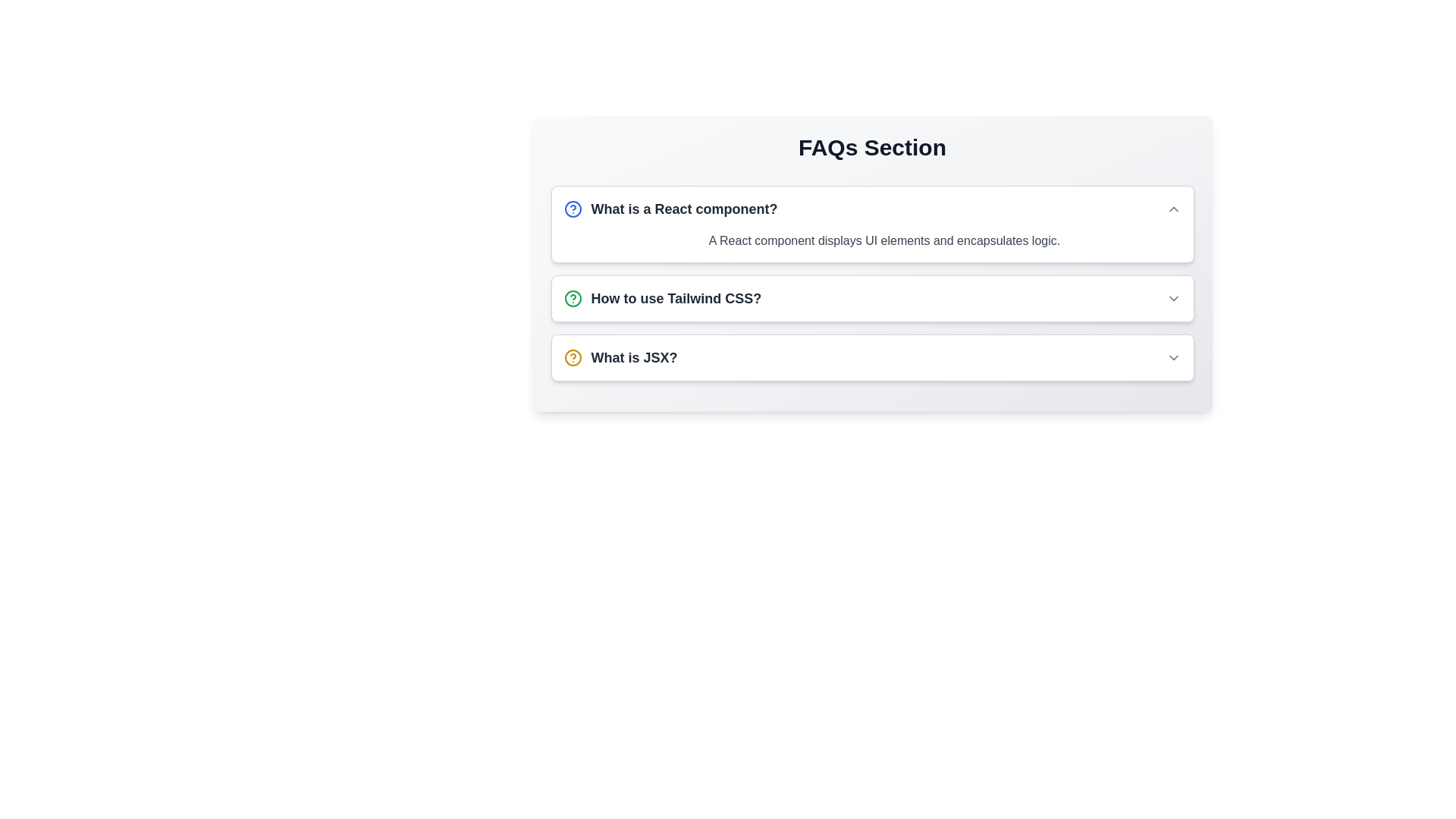  I want to click on the green circular outline SVG element, which is part of an icon located to the left of the text 'What is a React component?' in the FAQ section, so click(572, 298).